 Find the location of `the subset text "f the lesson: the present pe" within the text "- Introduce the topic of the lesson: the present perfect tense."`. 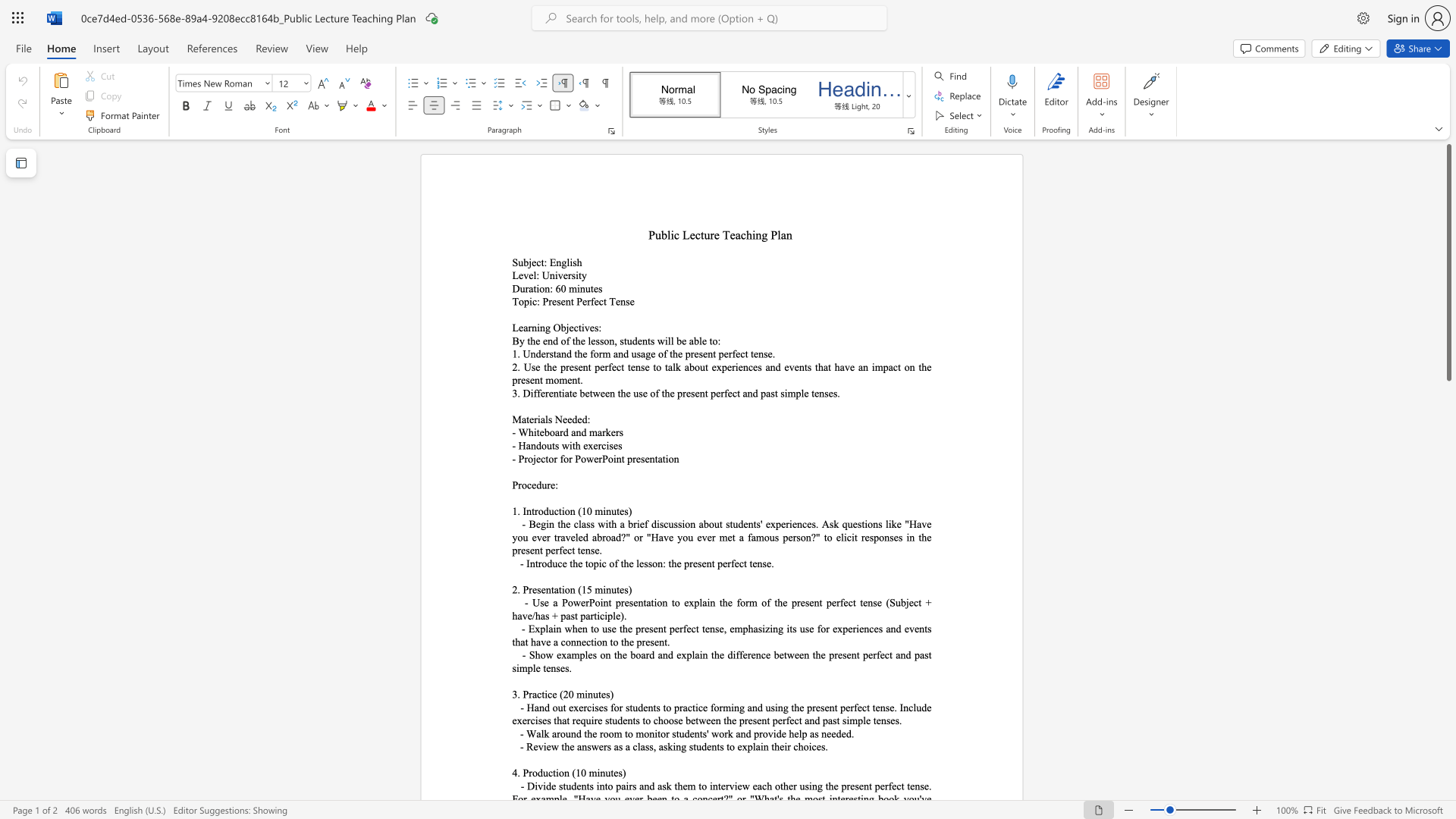

the subset text "f the lesson: the present pe" within the text "- Introduce the topic of the lesson: the present perfect tense." is located at coordinates (614, 563).